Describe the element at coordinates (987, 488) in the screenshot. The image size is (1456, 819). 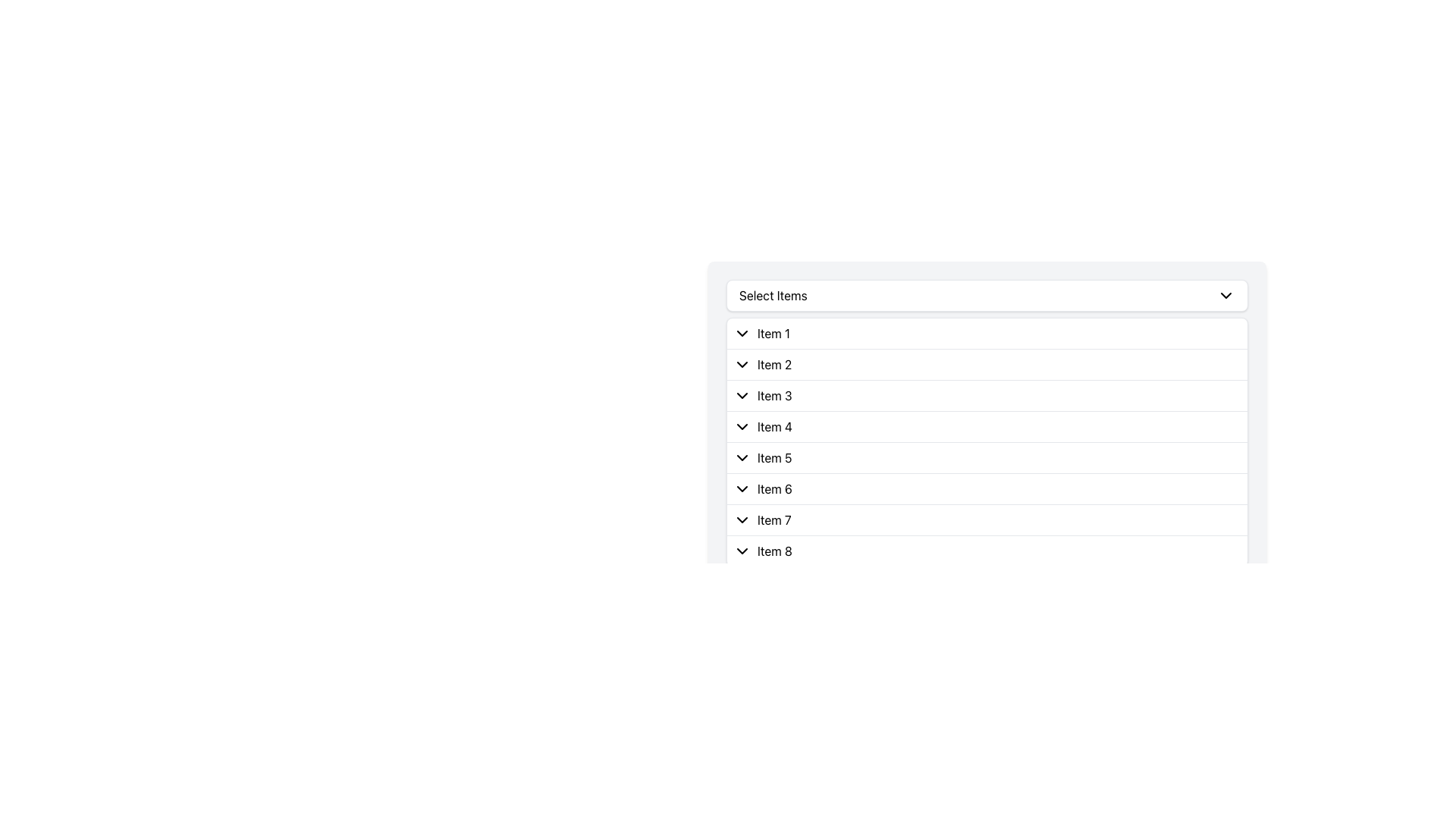
I see `the sixth item` at that location.